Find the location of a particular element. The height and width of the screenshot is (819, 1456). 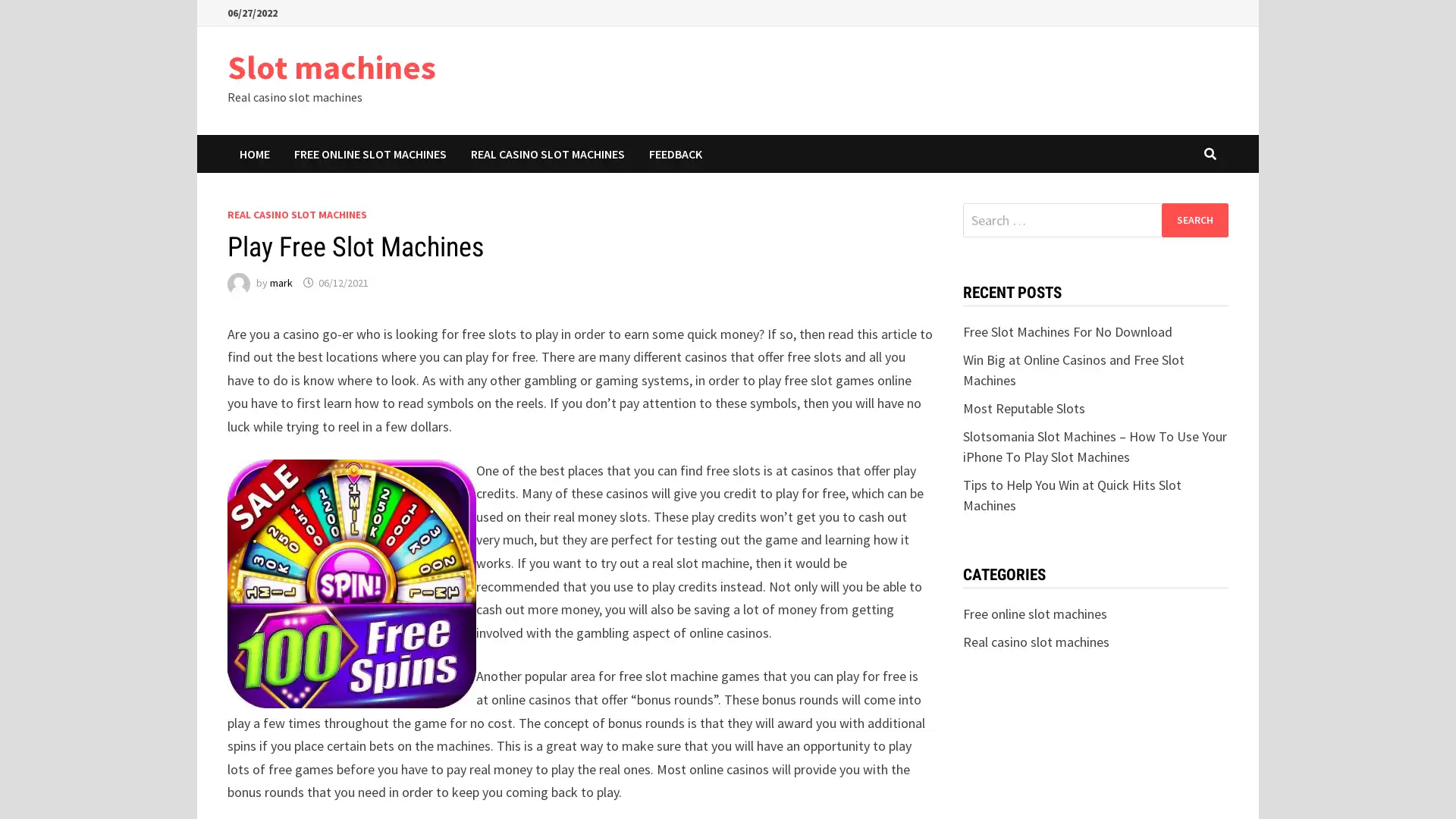

Search is located at coordinates (1194, 219).